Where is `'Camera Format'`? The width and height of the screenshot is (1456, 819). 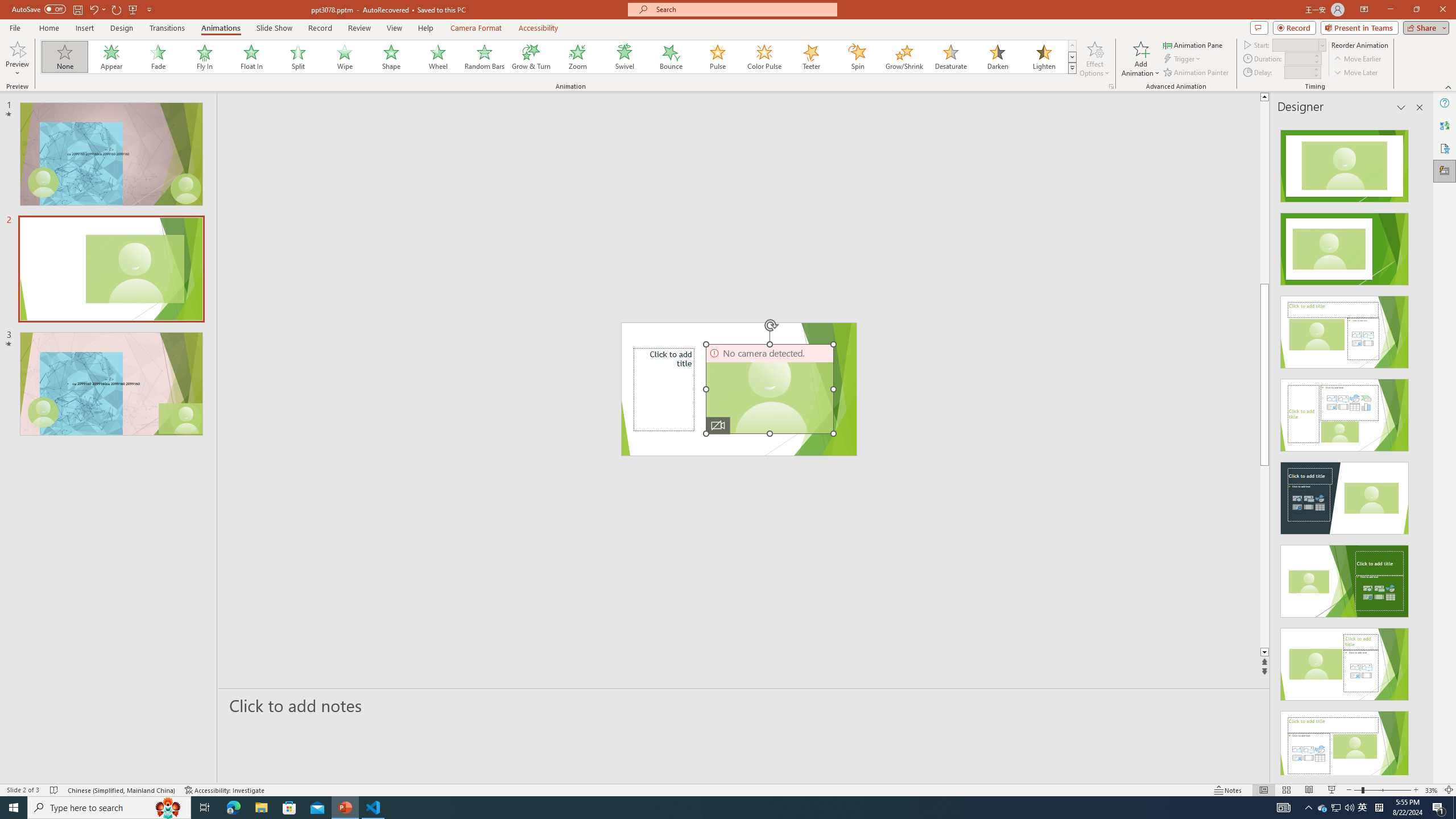 'Camera Format' is located at coordinates (475, 28).